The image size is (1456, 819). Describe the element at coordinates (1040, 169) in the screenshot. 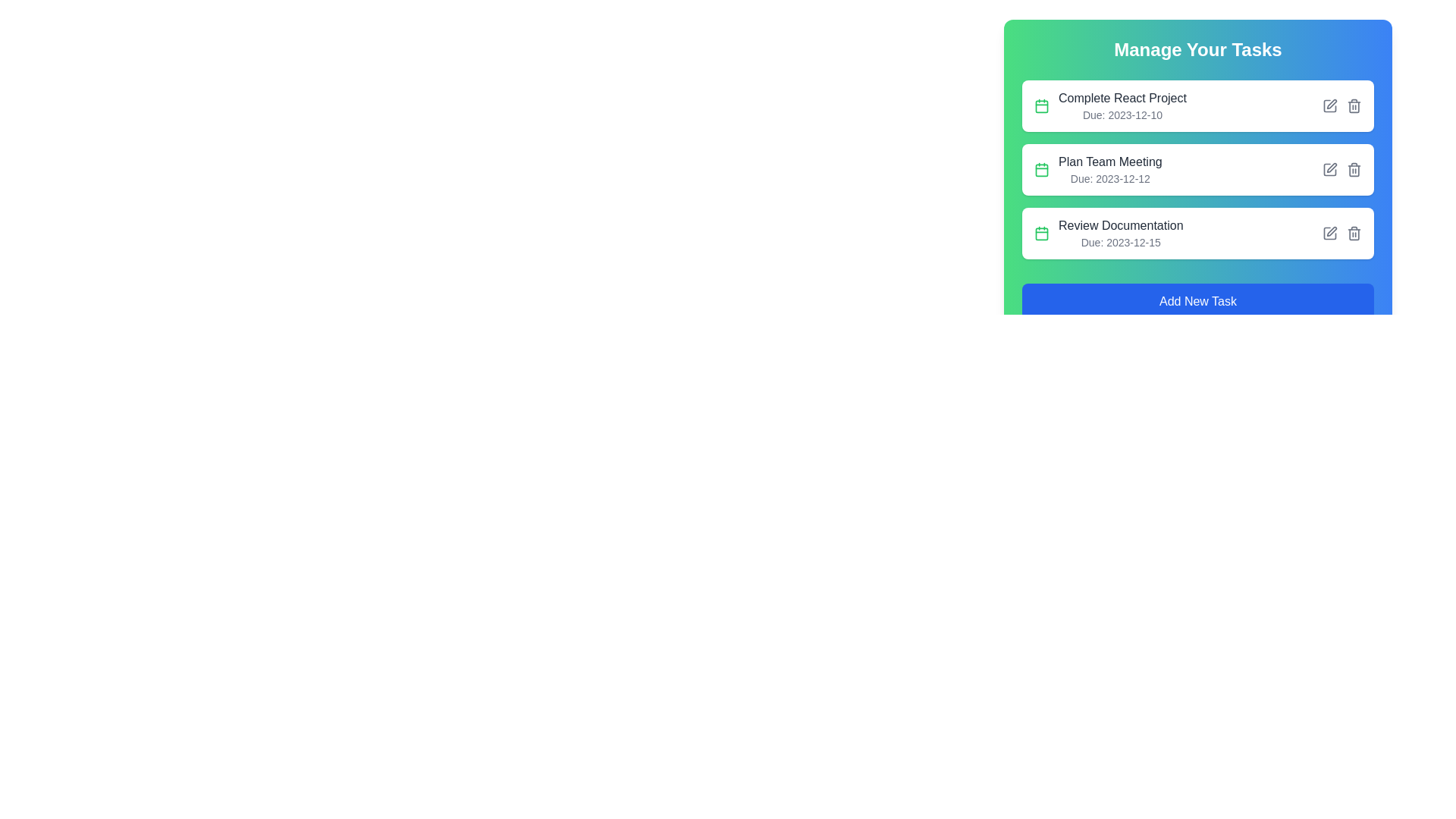

I see `the square with rounded corners, which is part of the calendar icon in the second task row of the task manager layout` at that location.